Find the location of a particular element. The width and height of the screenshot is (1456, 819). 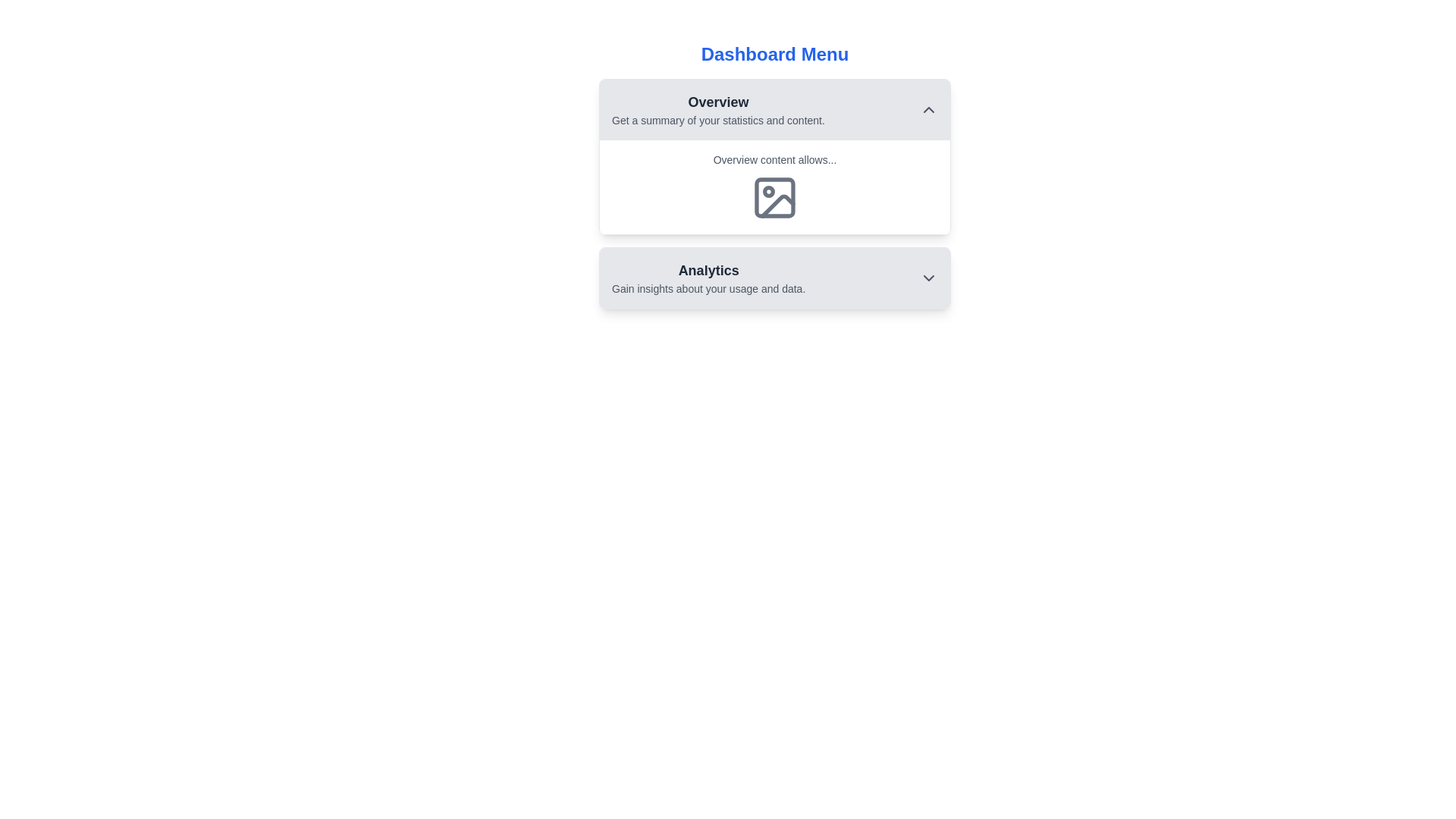

the Icon button located to the far right within the 'Analytics' menu item is located at coordinates (927, 278).